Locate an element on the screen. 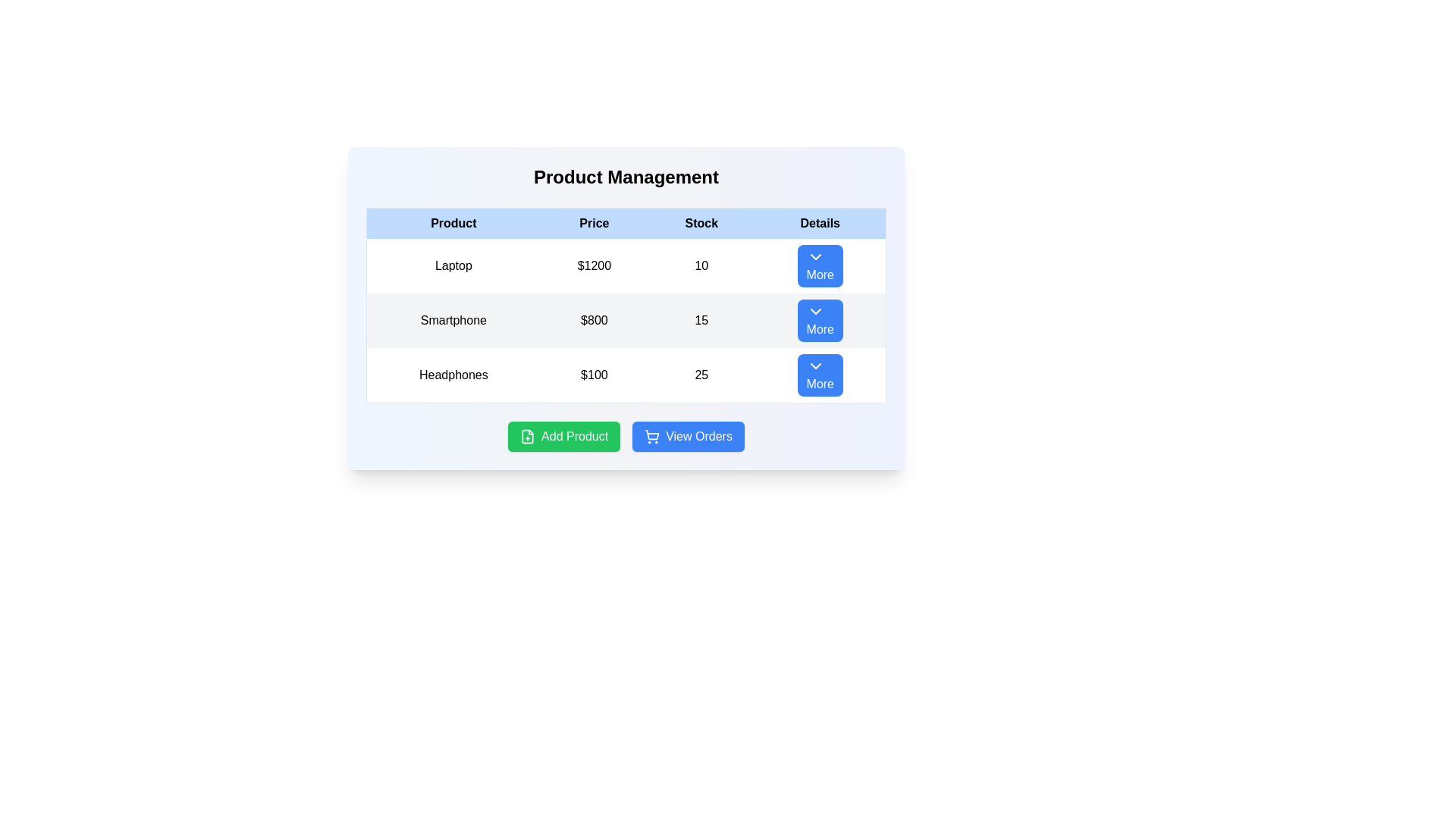 The height and width of the screenshot is (819, 1456). the second row of the product table, which contains information about the smartphone including its price and stock is located at coordinates (626, 320).